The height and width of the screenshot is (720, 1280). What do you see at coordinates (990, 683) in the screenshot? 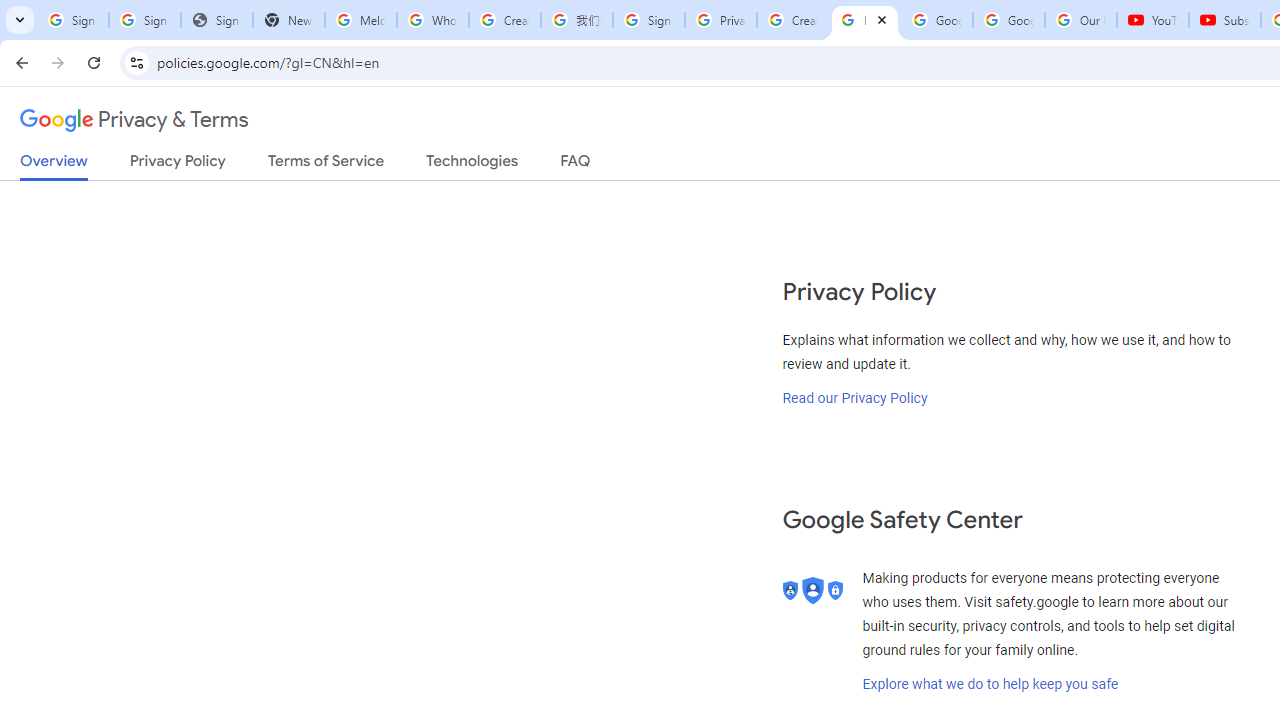
I see `'Explore what we do to help keep you safe'` at bounding box center [990, 683].